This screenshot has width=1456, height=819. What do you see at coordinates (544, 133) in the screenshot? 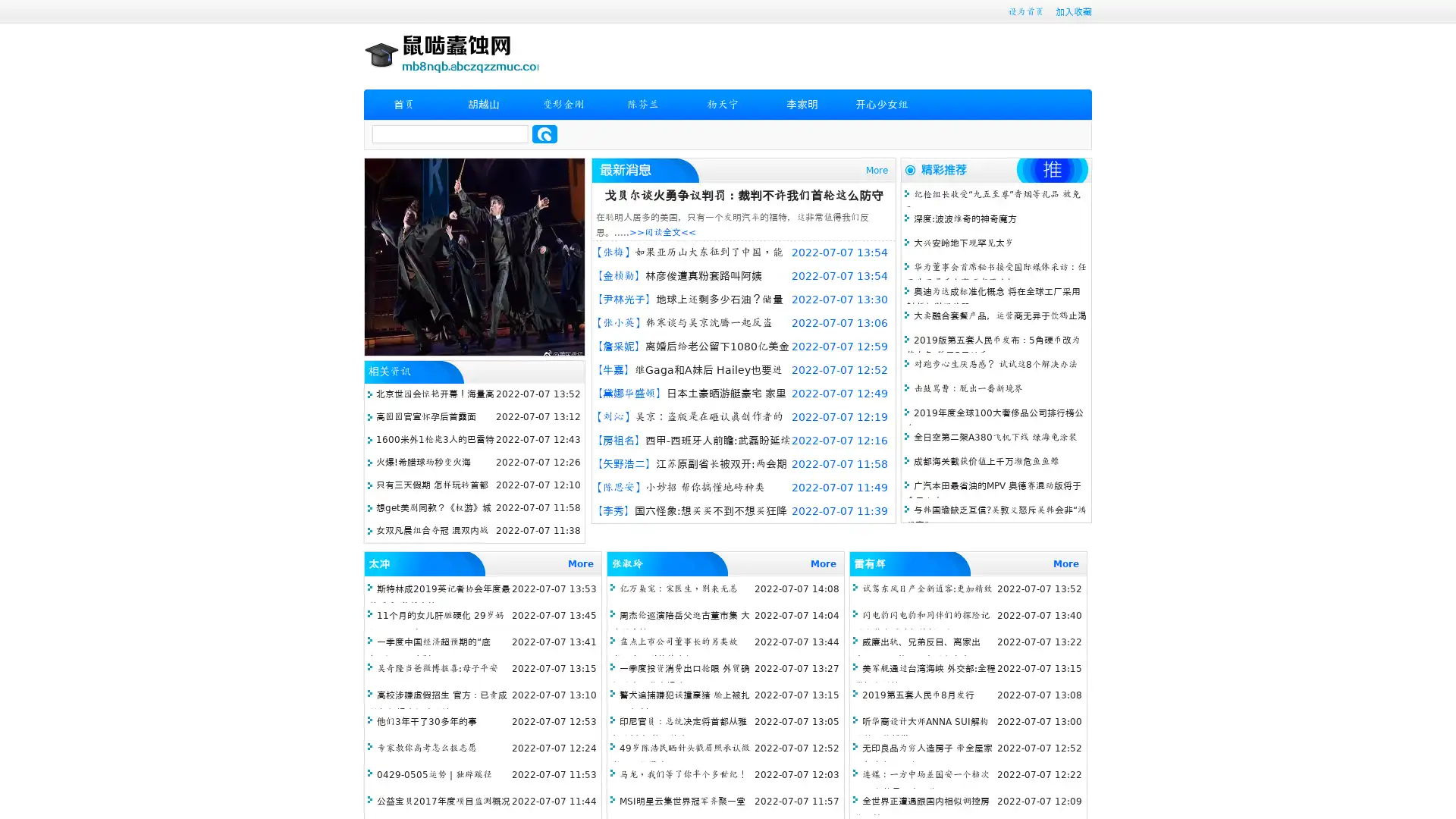
I see `Search` at bounding box center [544, 133].